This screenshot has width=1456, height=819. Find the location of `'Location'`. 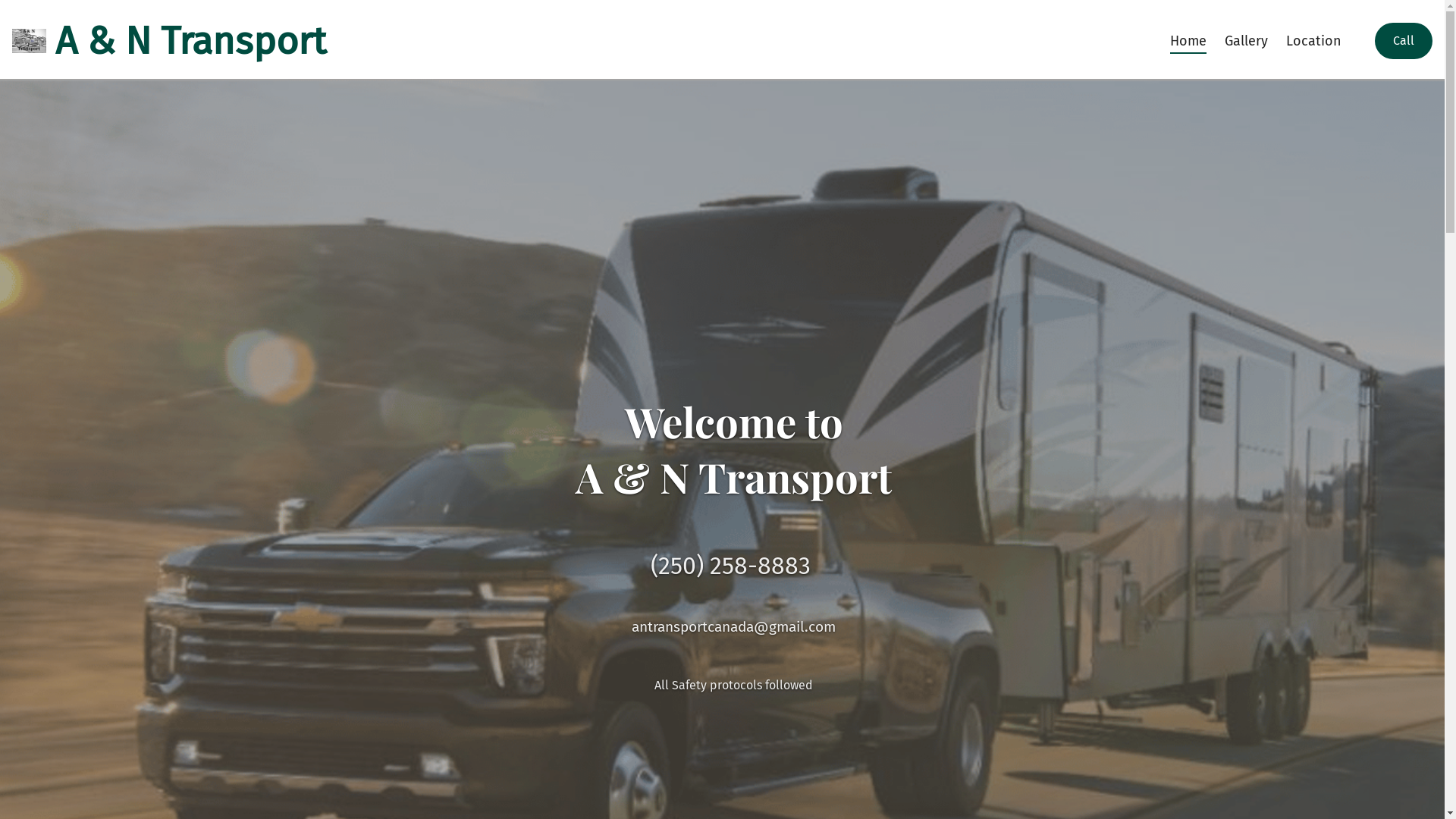

'Location' is located at coordinates (1313, 40).